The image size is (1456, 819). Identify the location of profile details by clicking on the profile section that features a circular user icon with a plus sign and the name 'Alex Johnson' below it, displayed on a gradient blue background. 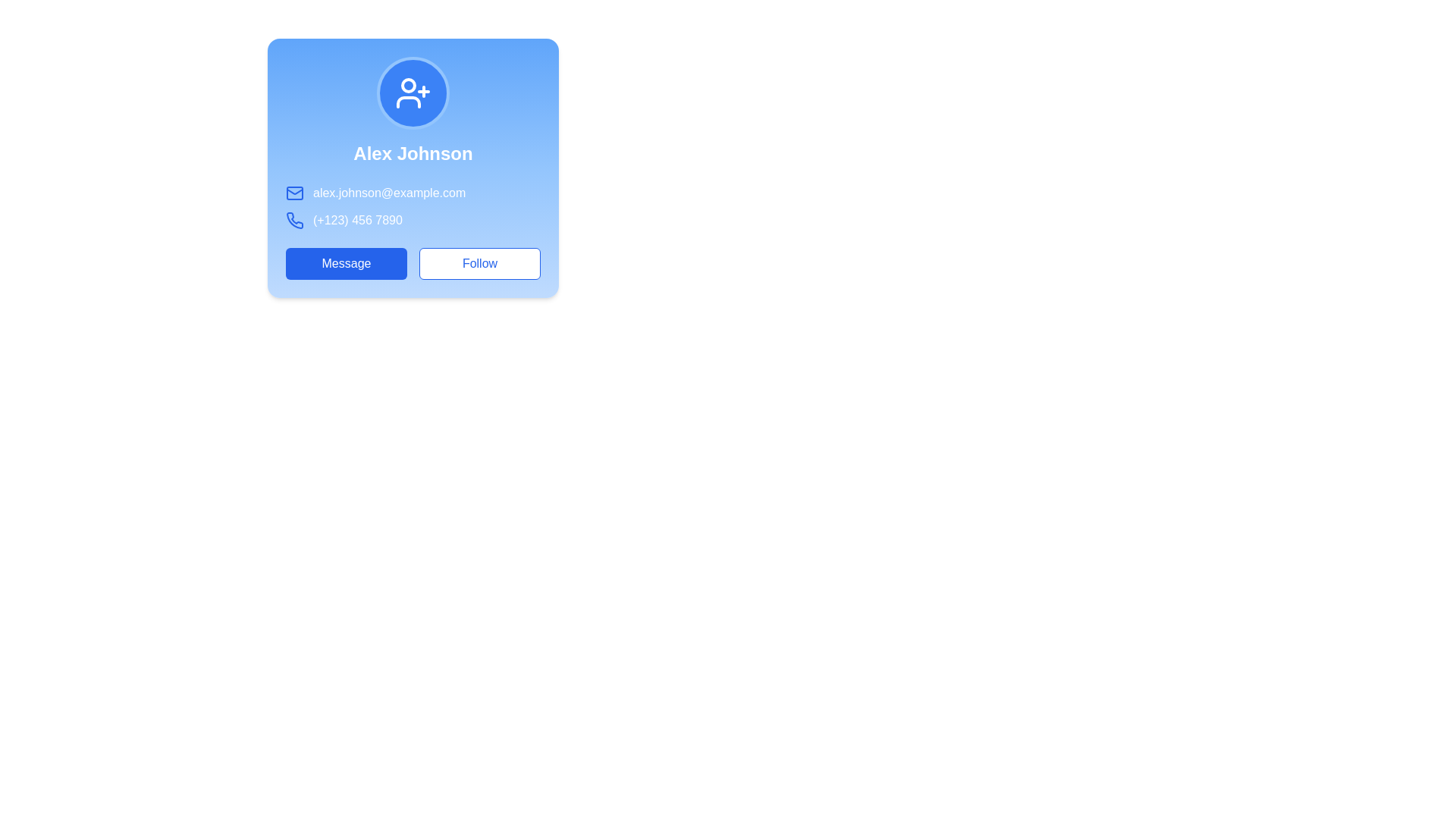
(413, 110).